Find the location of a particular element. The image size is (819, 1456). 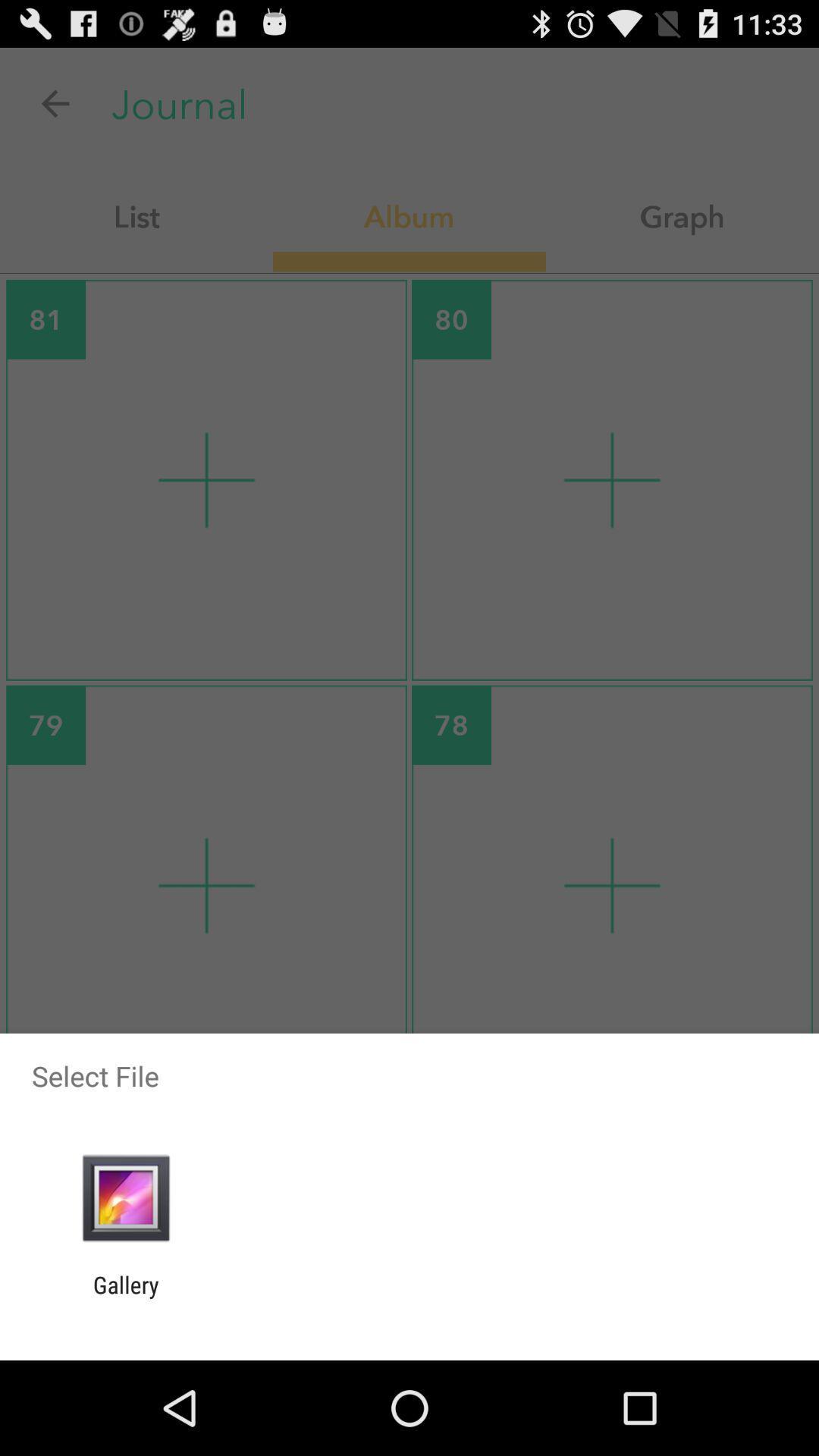

gallery is located at coordinates (125, 1298).